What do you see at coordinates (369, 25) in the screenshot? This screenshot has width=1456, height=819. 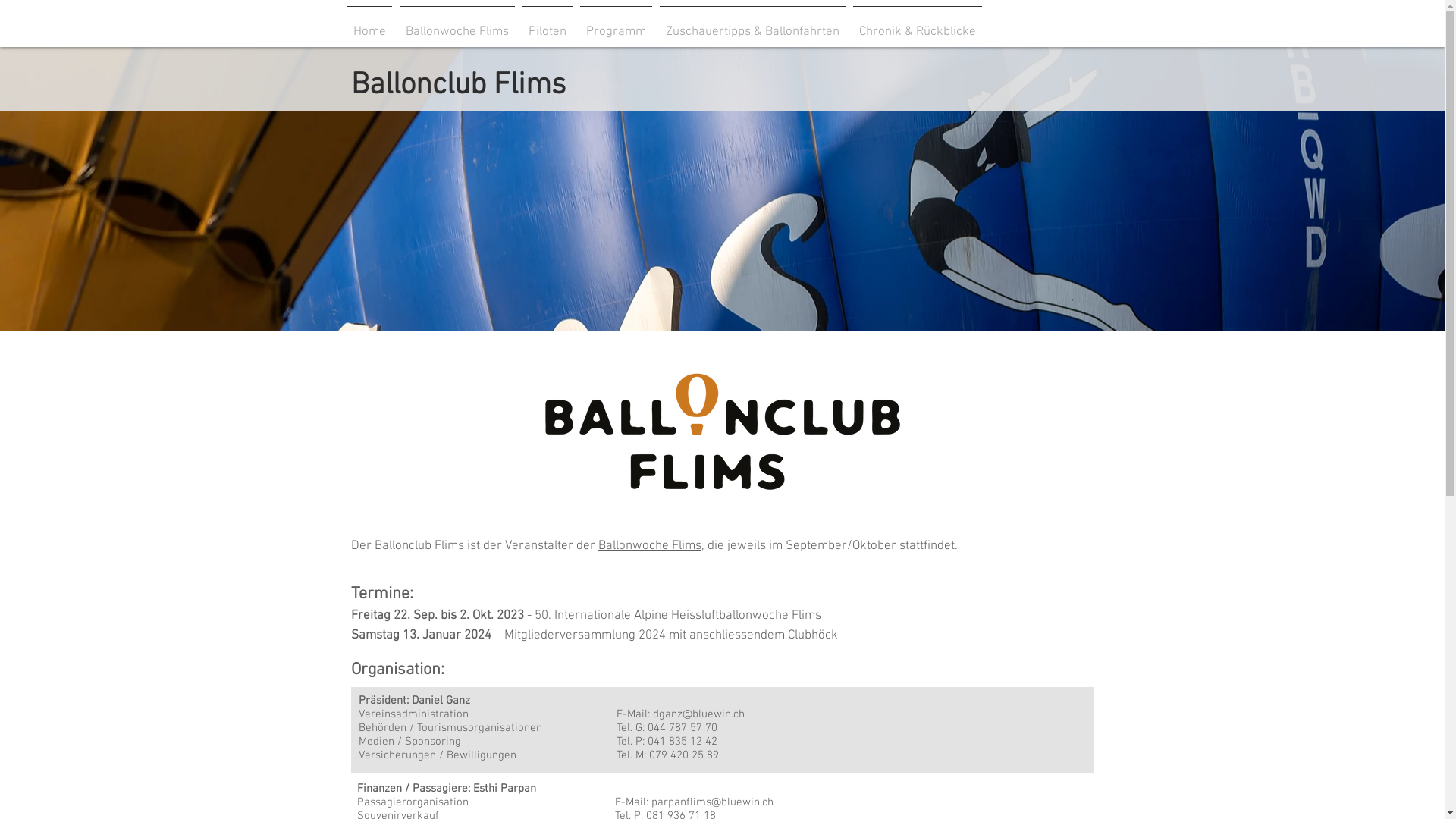 I see `'Home'` at bounding box center [369, 25].